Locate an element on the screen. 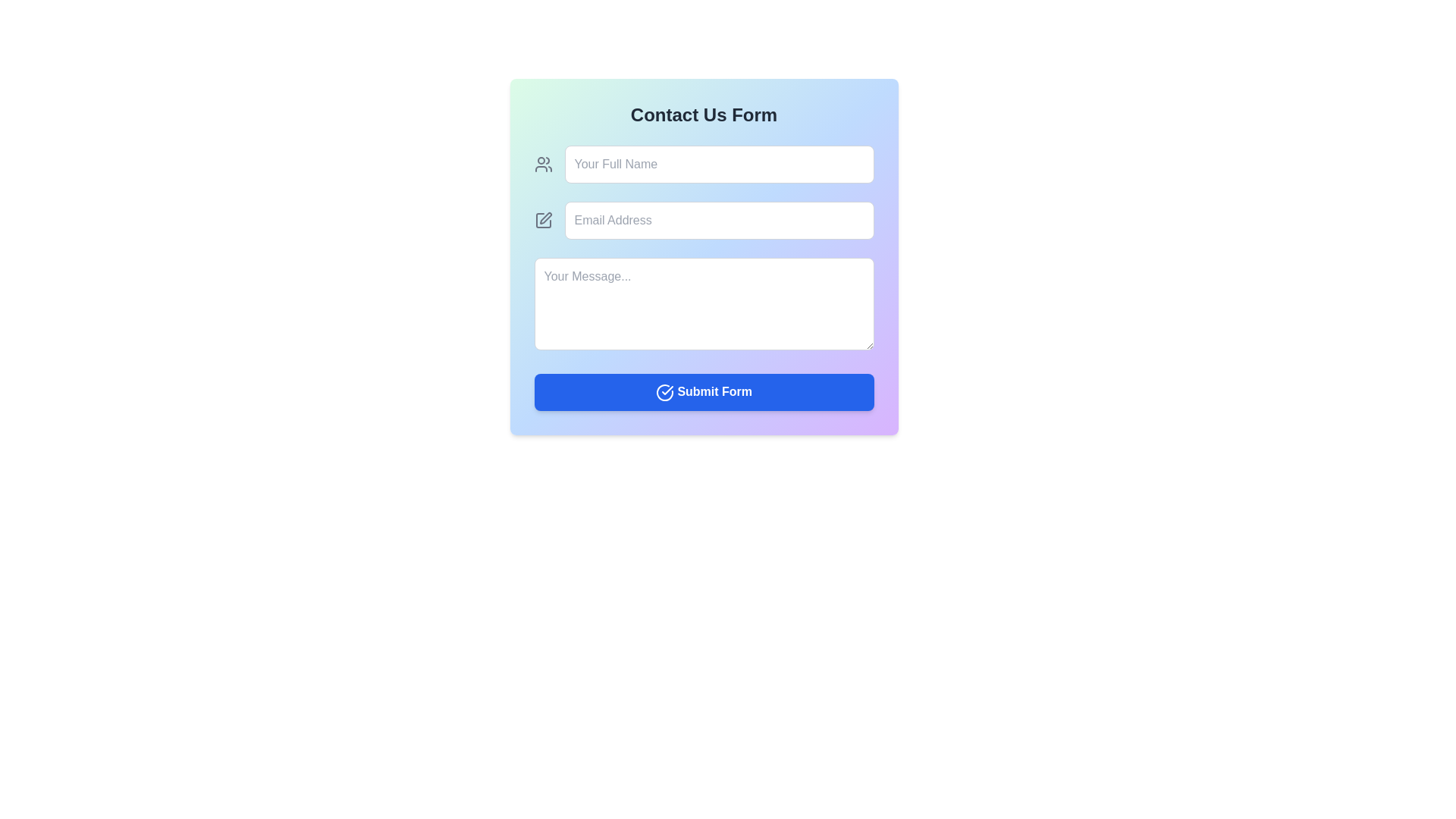 This screenshot has width=1456, height=819. the decorative icon representing users, which is located to the left of the 'Your Full Name' input field in the contact form layout is located at coordinates (543, 164).